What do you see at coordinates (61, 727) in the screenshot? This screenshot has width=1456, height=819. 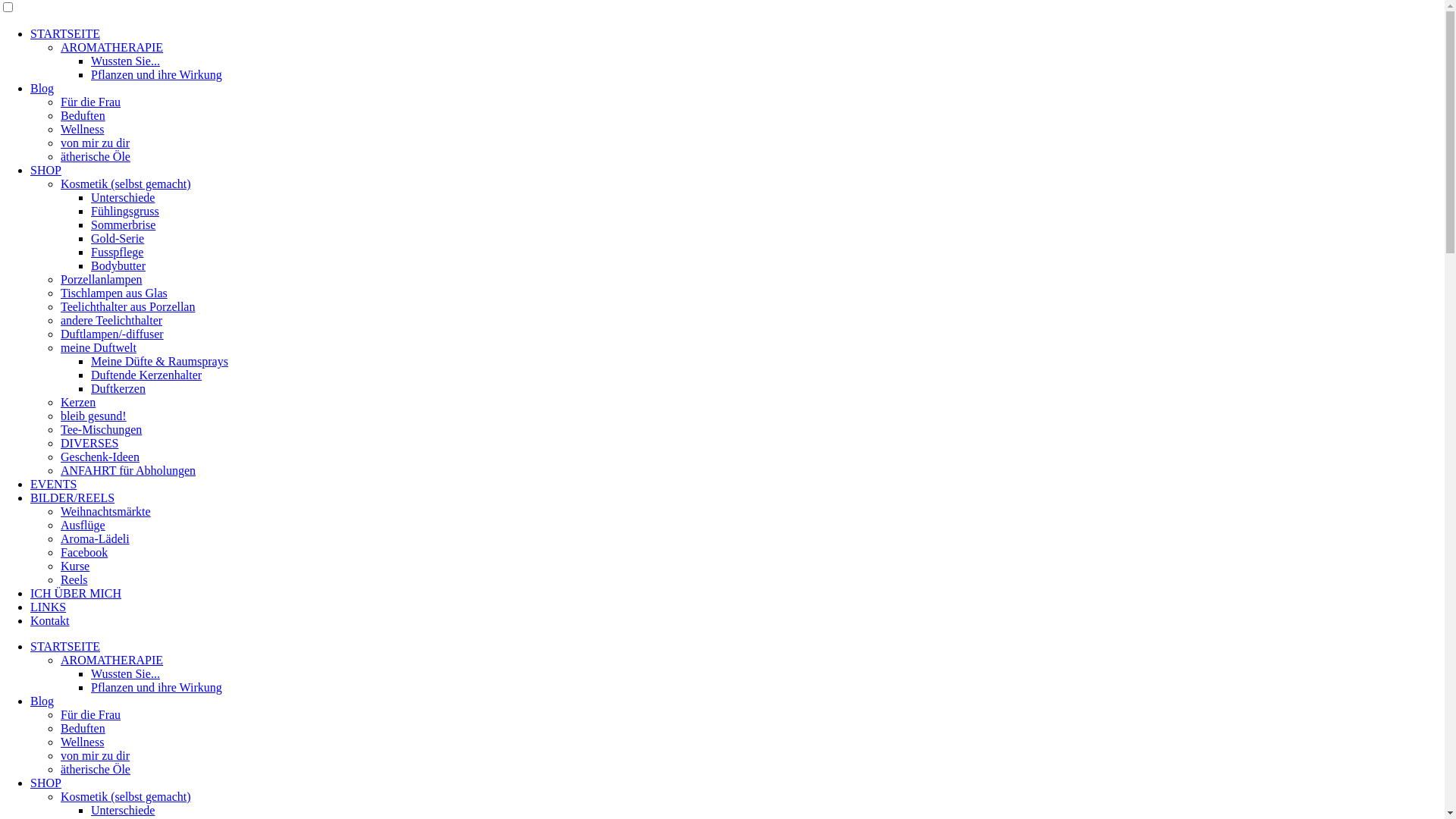 I see `'Beduften'` at bounding box center [61, 727].